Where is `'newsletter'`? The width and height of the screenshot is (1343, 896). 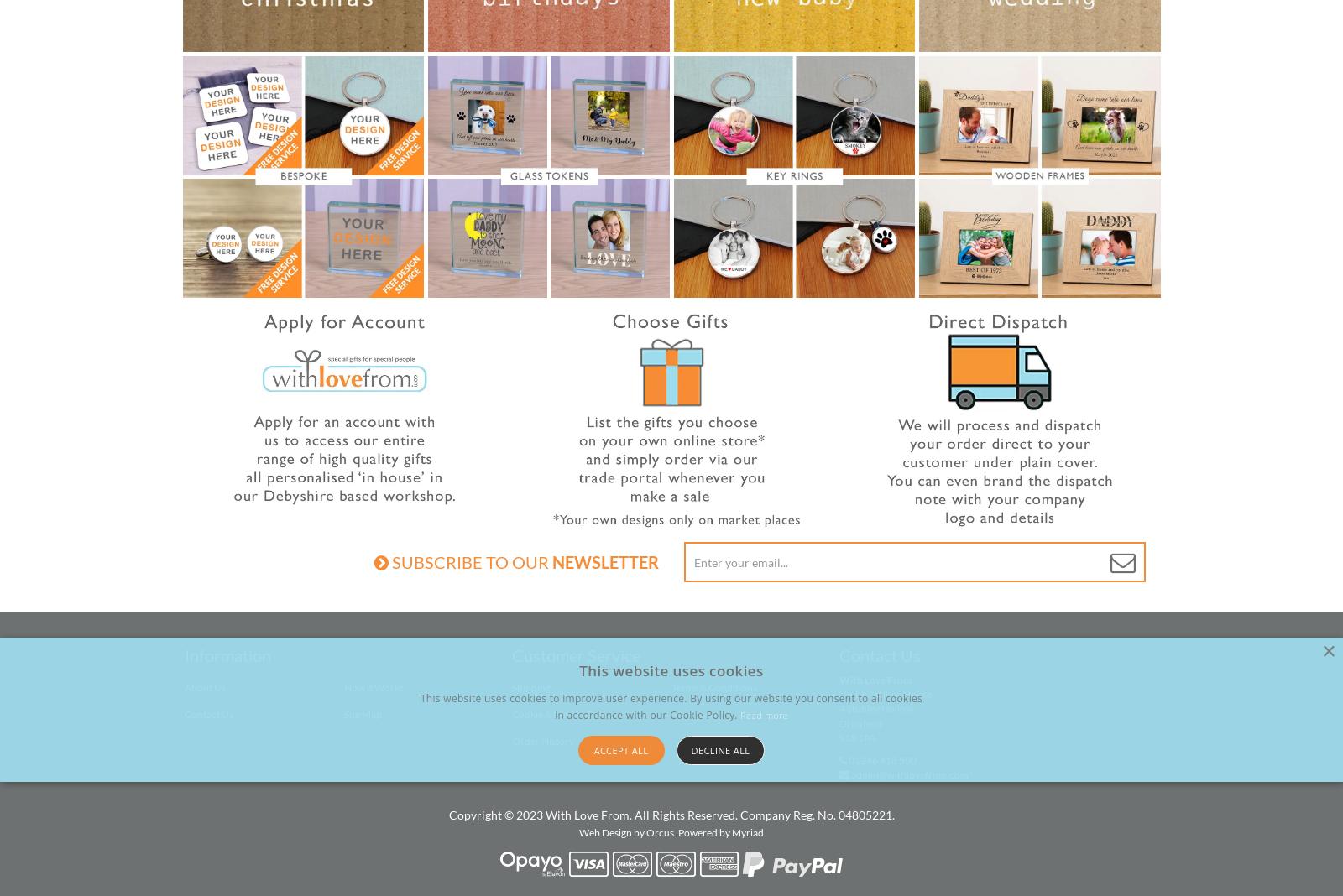 'newsletter' is located at coordinates (605, 561).